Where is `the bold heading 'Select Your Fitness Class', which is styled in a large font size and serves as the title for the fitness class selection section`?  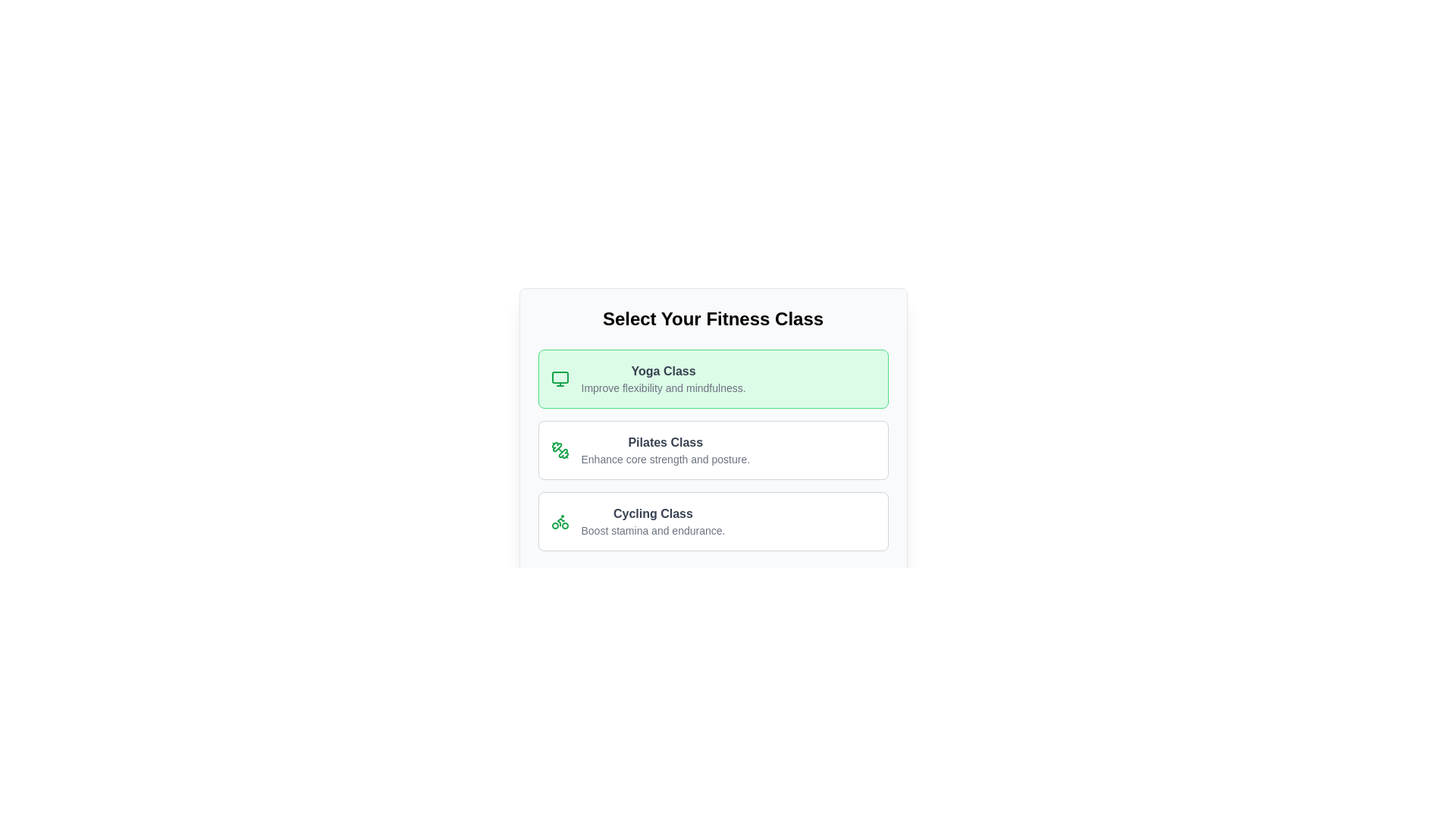
the bold heading 'Select Your Fitness Class', which is styled in a large font size and serves as the title for the fitness class selection section is located at coordinates (712, 318).